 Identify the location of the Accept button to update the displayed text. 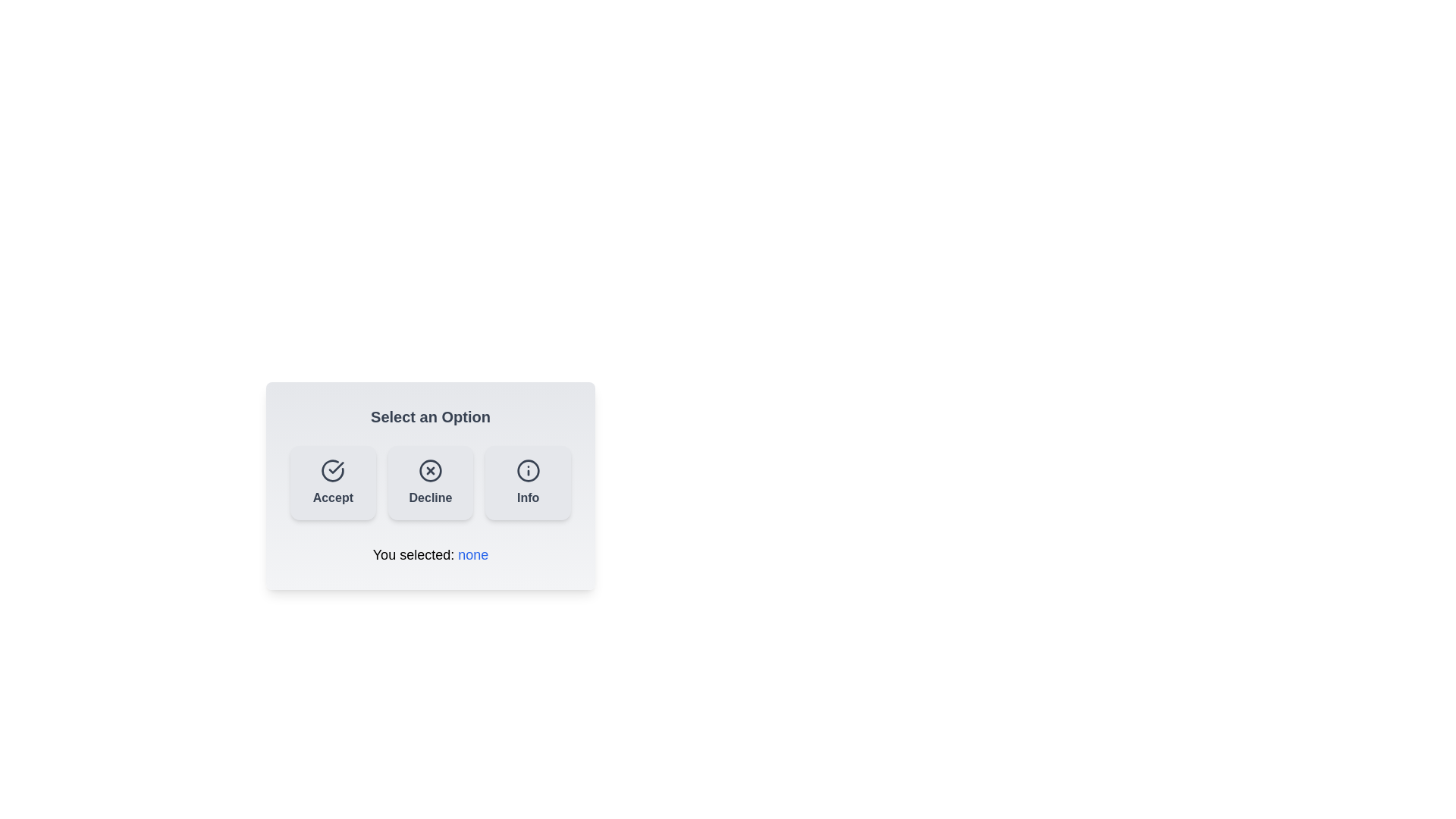
(332, 482).